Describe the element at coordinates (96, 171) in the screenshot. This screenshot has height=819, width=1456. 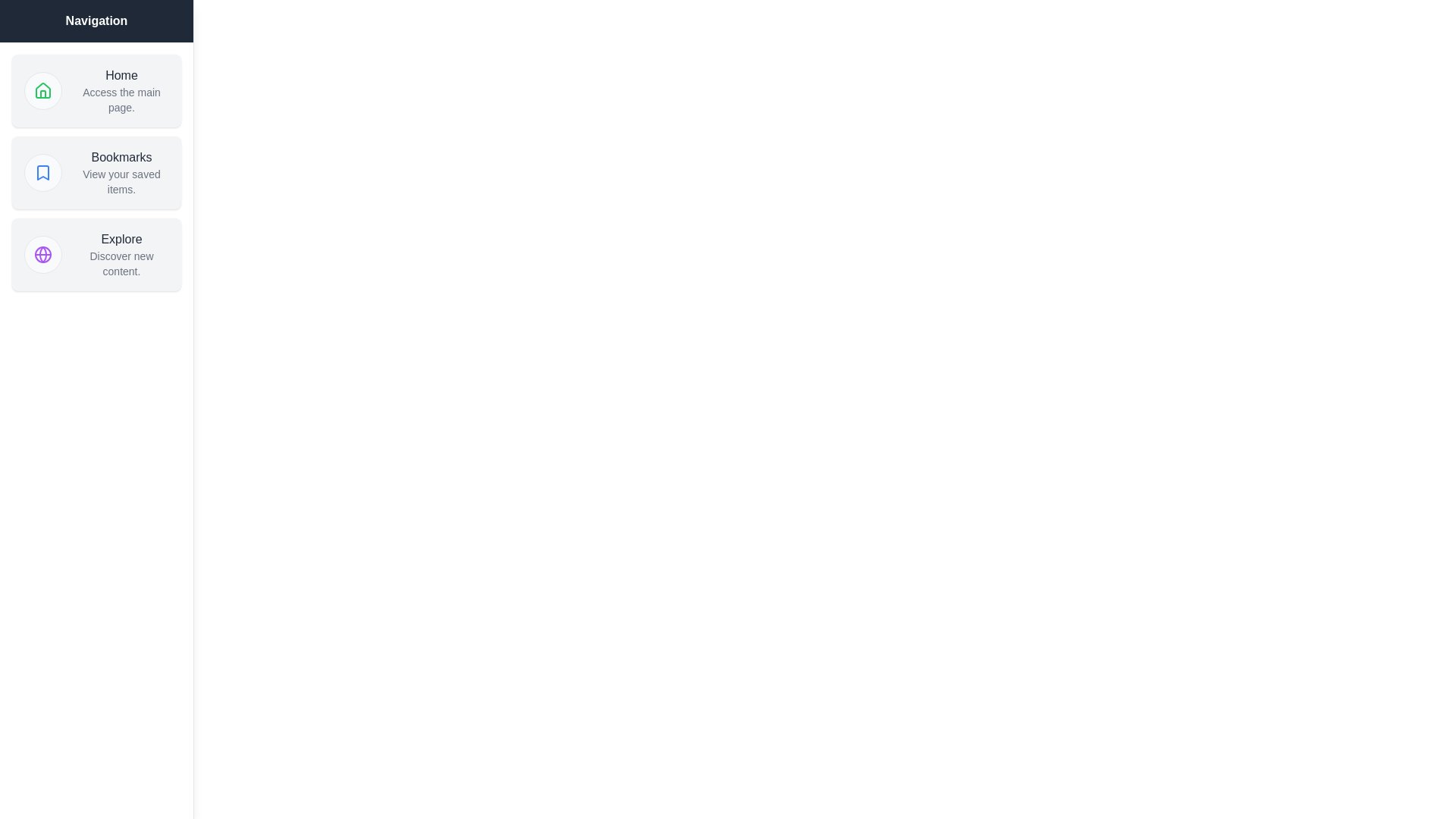
I see `the menu item Bookmarks to observe its hover effect` at that location.